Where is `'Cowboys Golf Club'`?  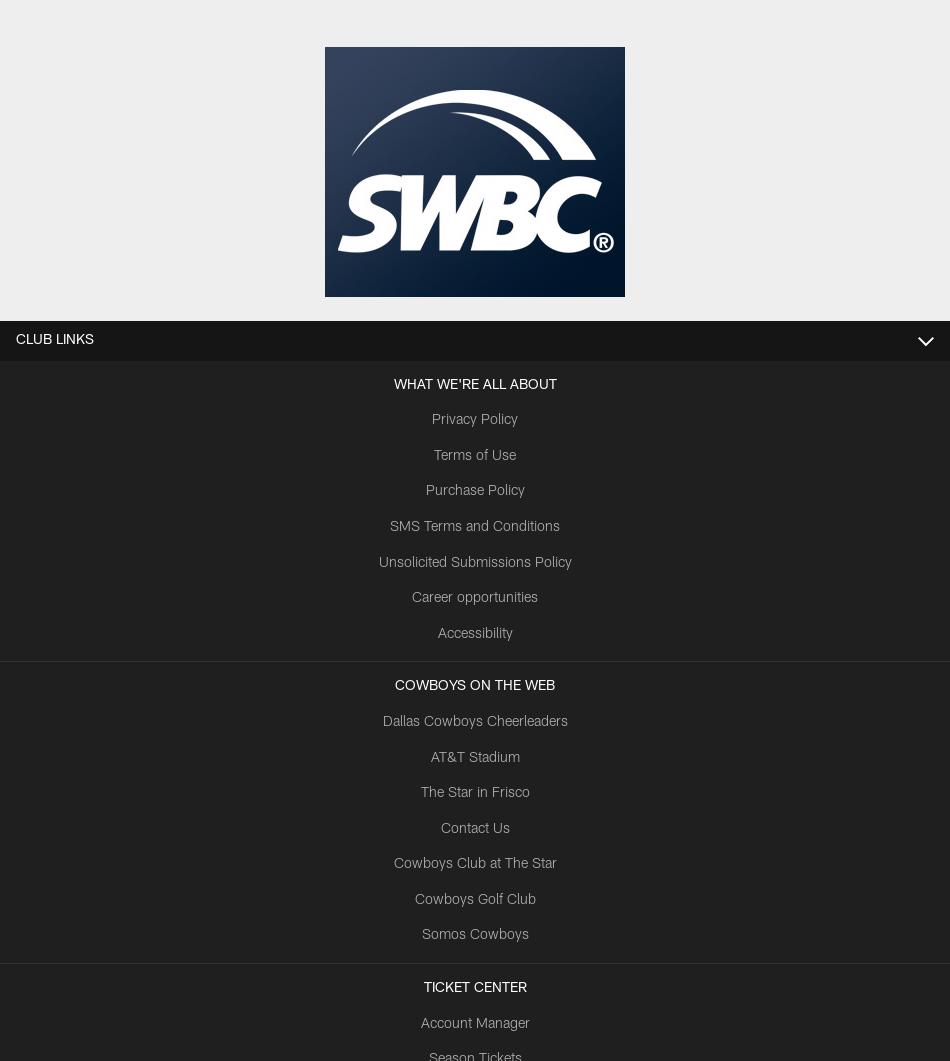
'Cowboys Golf Club' is located at coordinates (473, 899).